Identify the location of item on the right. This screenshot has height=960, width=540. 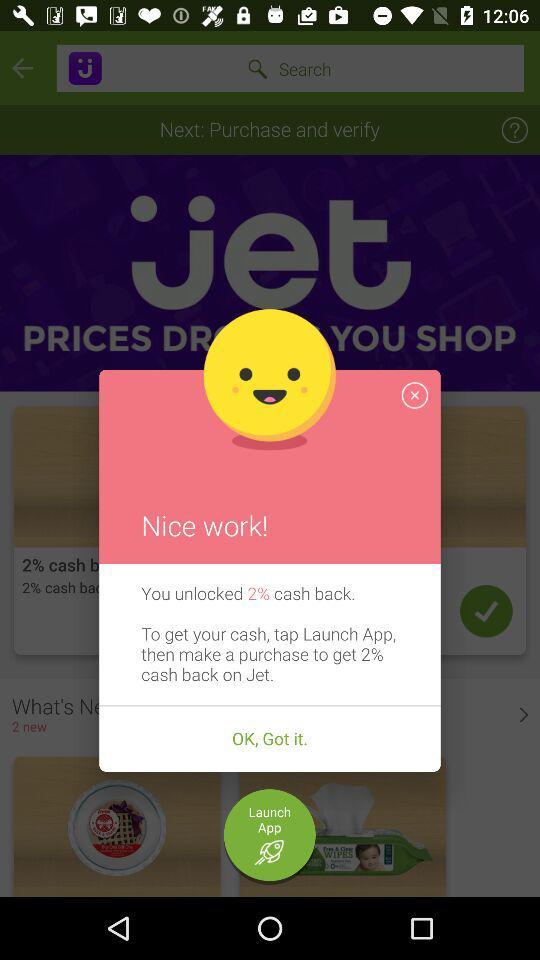
(413, 394).